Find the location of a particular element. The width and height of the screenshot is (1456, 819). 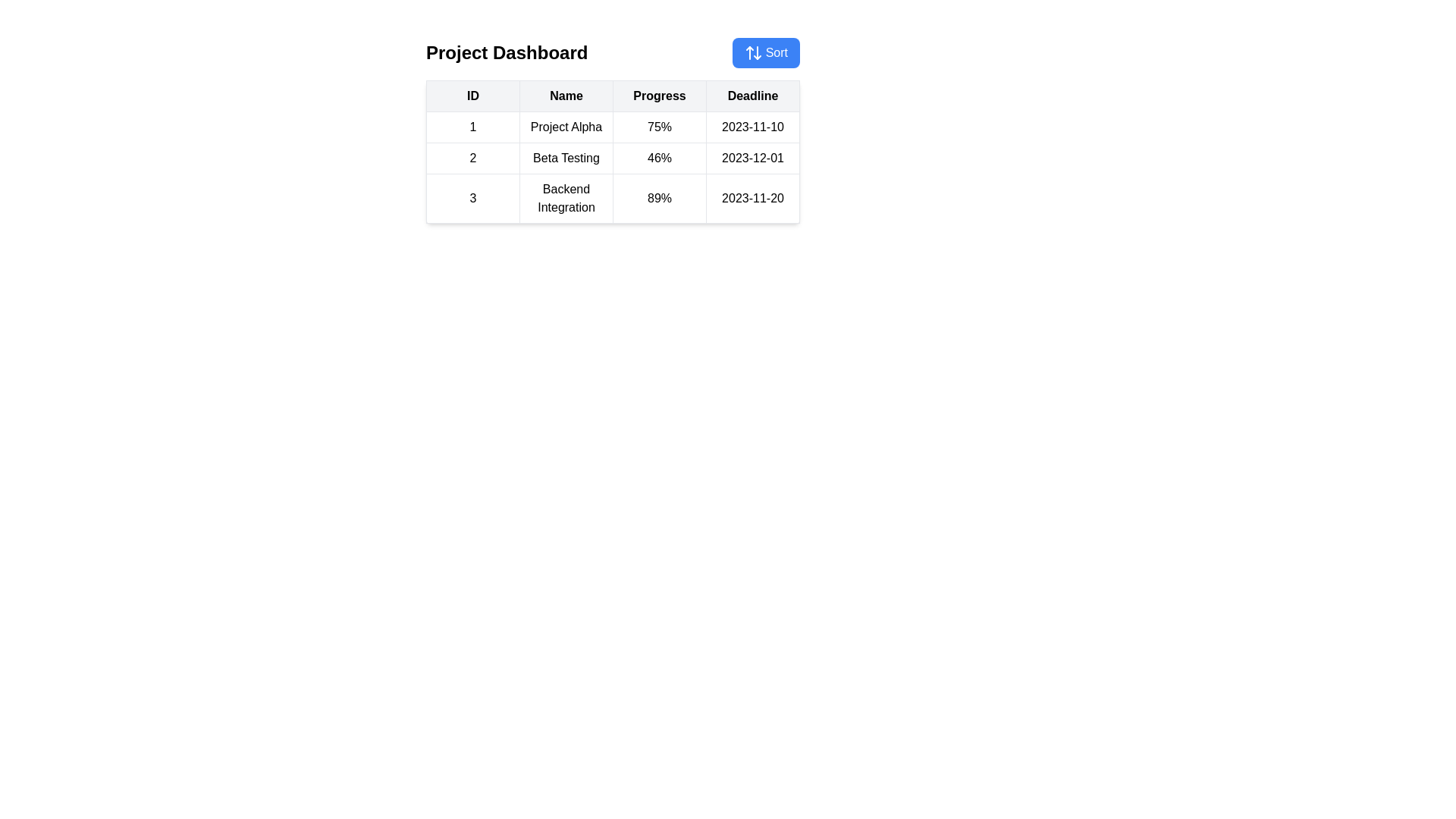

the Table header cell indicating the 'Progress' column, which is the third column from the left in the table header row is located at coordinates (659, 96).